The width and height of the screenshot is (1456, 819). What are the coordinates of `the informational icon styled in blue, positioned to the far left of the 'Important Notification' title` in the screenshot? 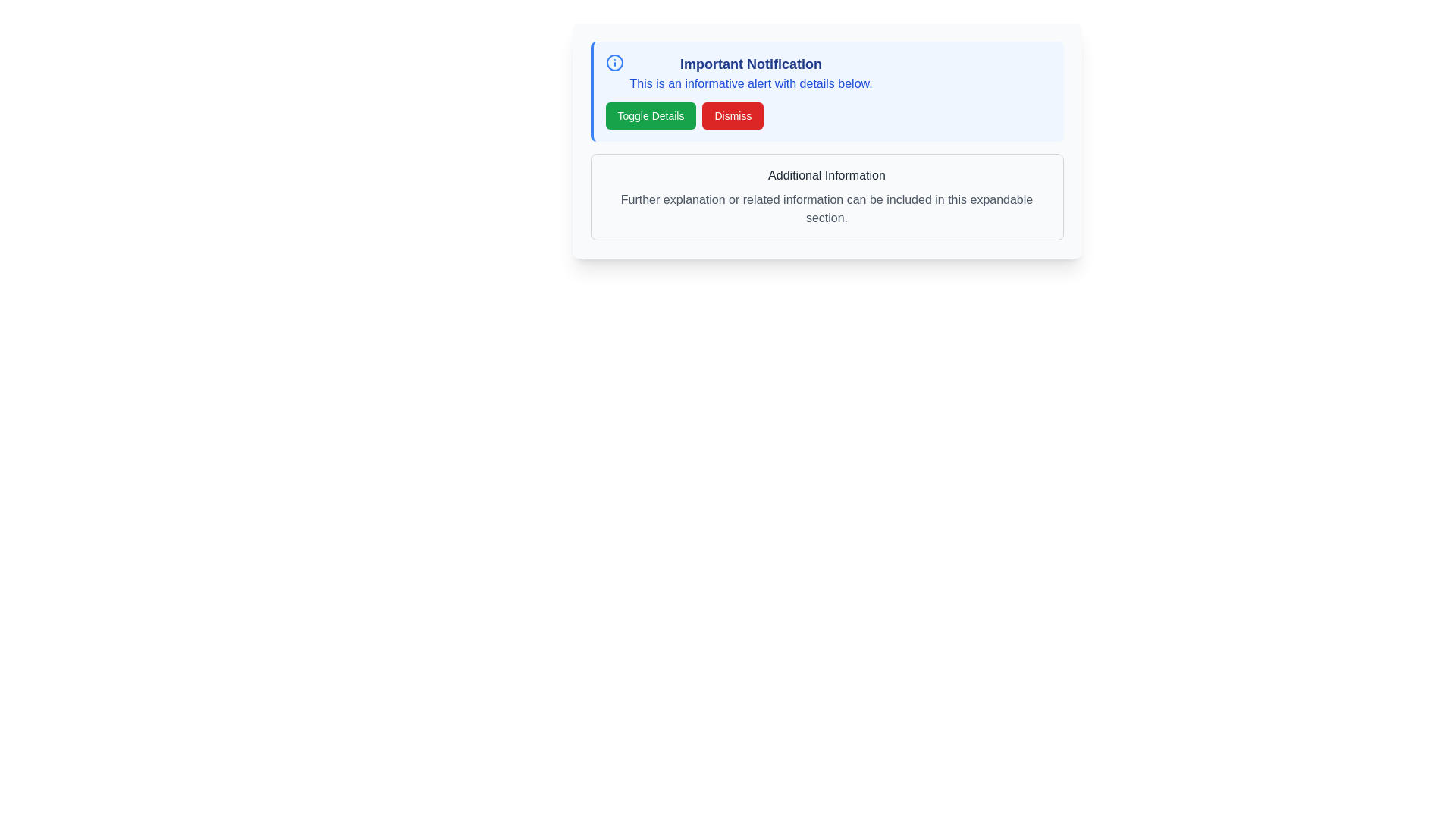 It's located at (614, 62).